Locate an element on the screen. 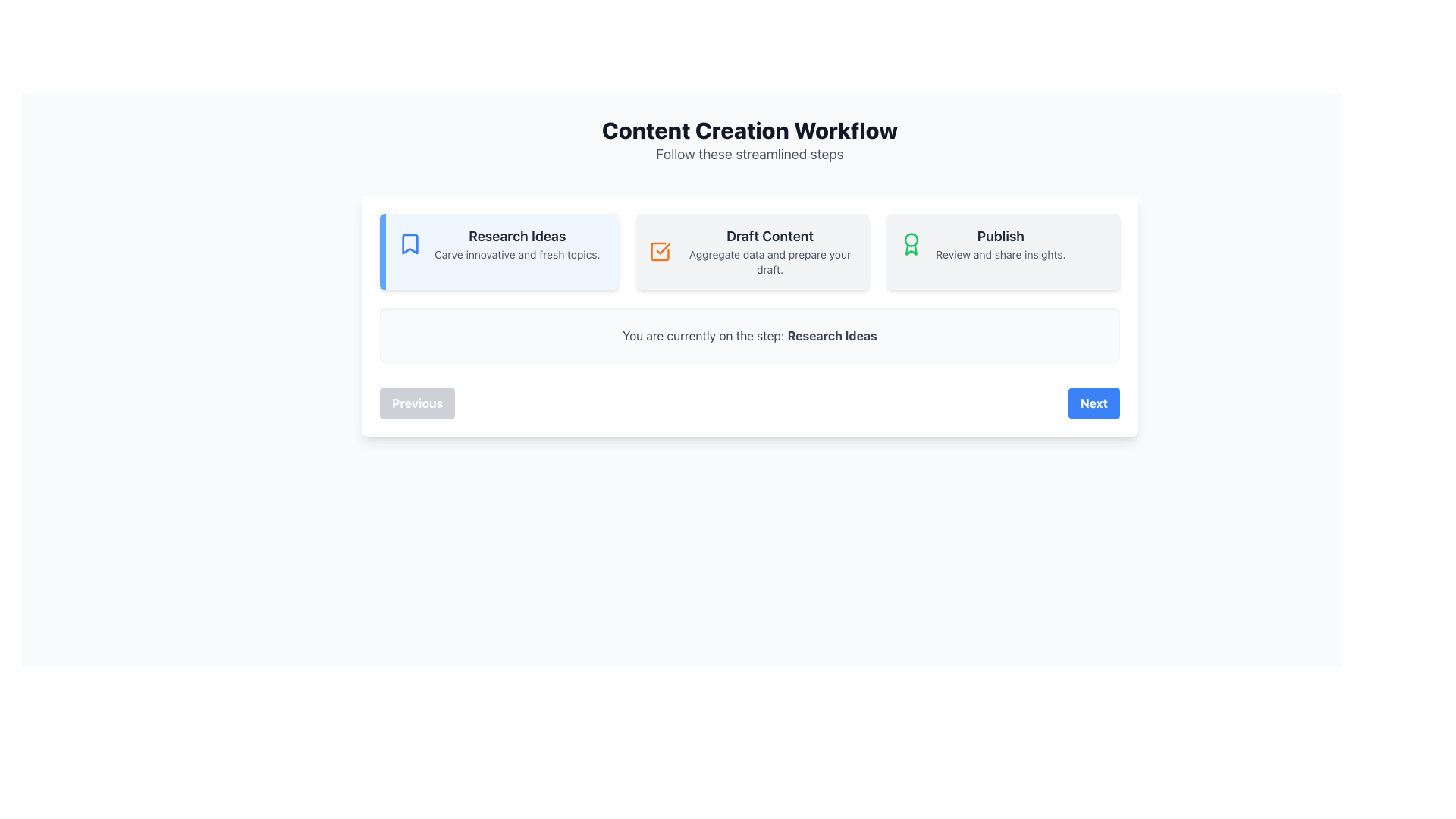 Image resolution: width=1456 pixels, height=819 pixels. the text label reading 'Follow these streamlined steps,' which is a medium-sized light gray font positioned below the header 'Content Creation Workflow.' is located at coordinates (749, 155).